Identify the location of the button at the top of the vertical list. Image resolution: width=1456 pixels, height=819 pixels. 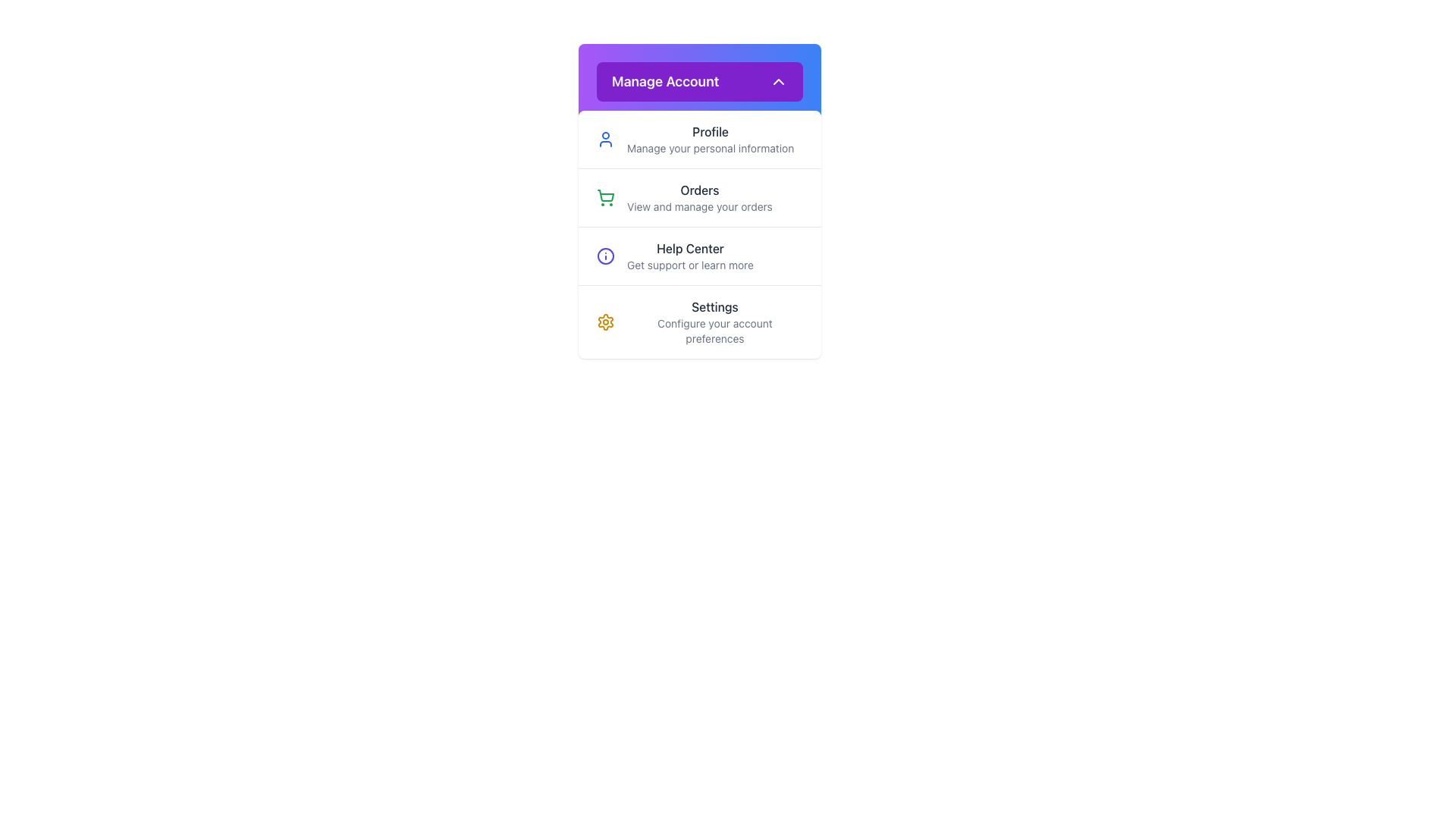
(698, 82).